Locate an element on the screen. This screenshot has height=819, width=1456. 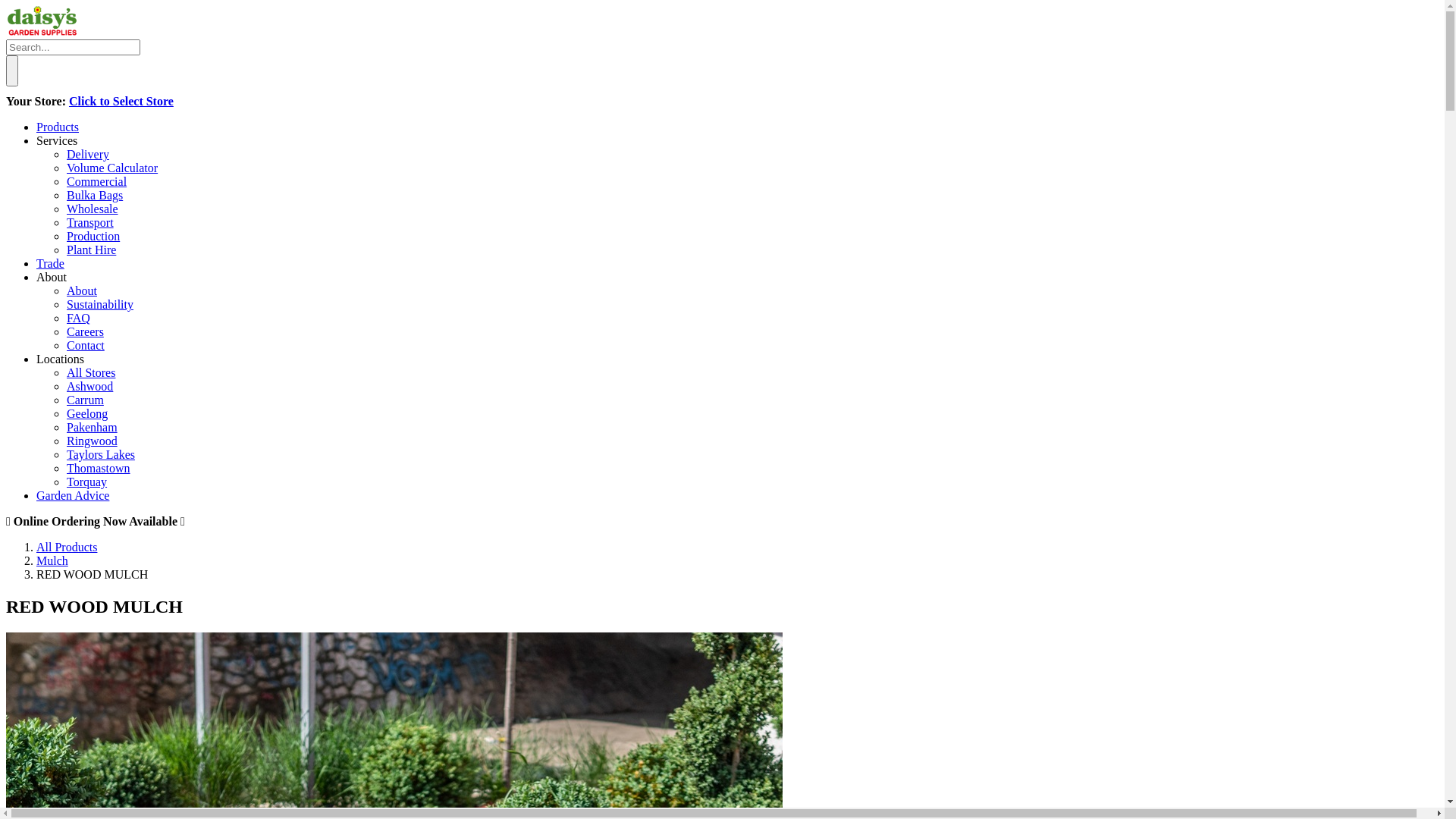
'Locations' is located at coordinates (60, 359).